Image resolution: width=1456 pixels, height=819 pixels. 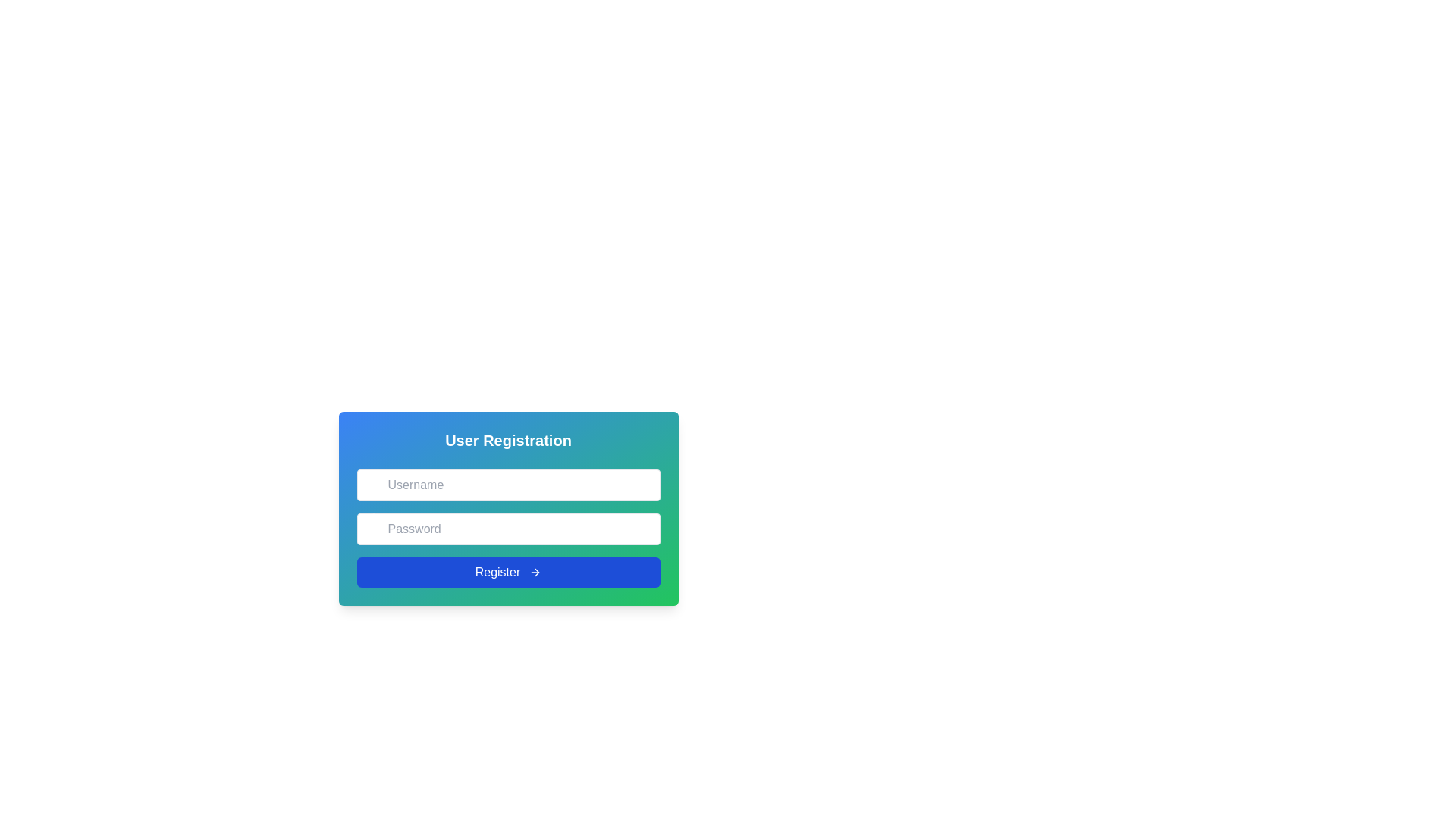 What do you see at coordinates (508, 529) in the screenshot?
I see `inside the password input field, which is styled with a placeholder 'Password' and is the second input field under 'User Registration', to focus on it` at bounding box center [508, 529].